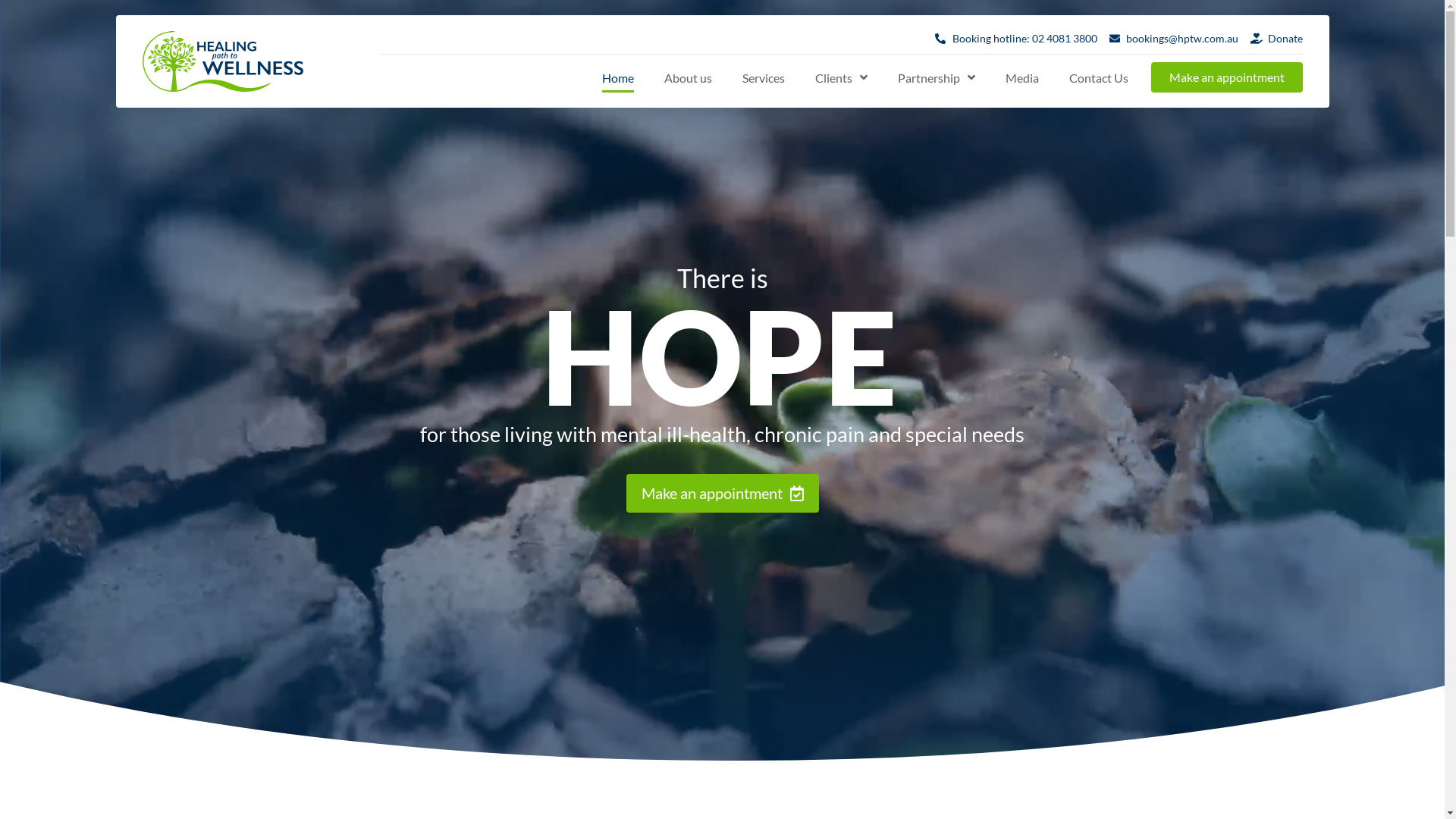 The image size is (1456, 819). What do you see at coordinates (1015, 37) in the screenshot?
I see `'Booking hotline: 02 4081 3800'` at bounding box center [1015, 37].